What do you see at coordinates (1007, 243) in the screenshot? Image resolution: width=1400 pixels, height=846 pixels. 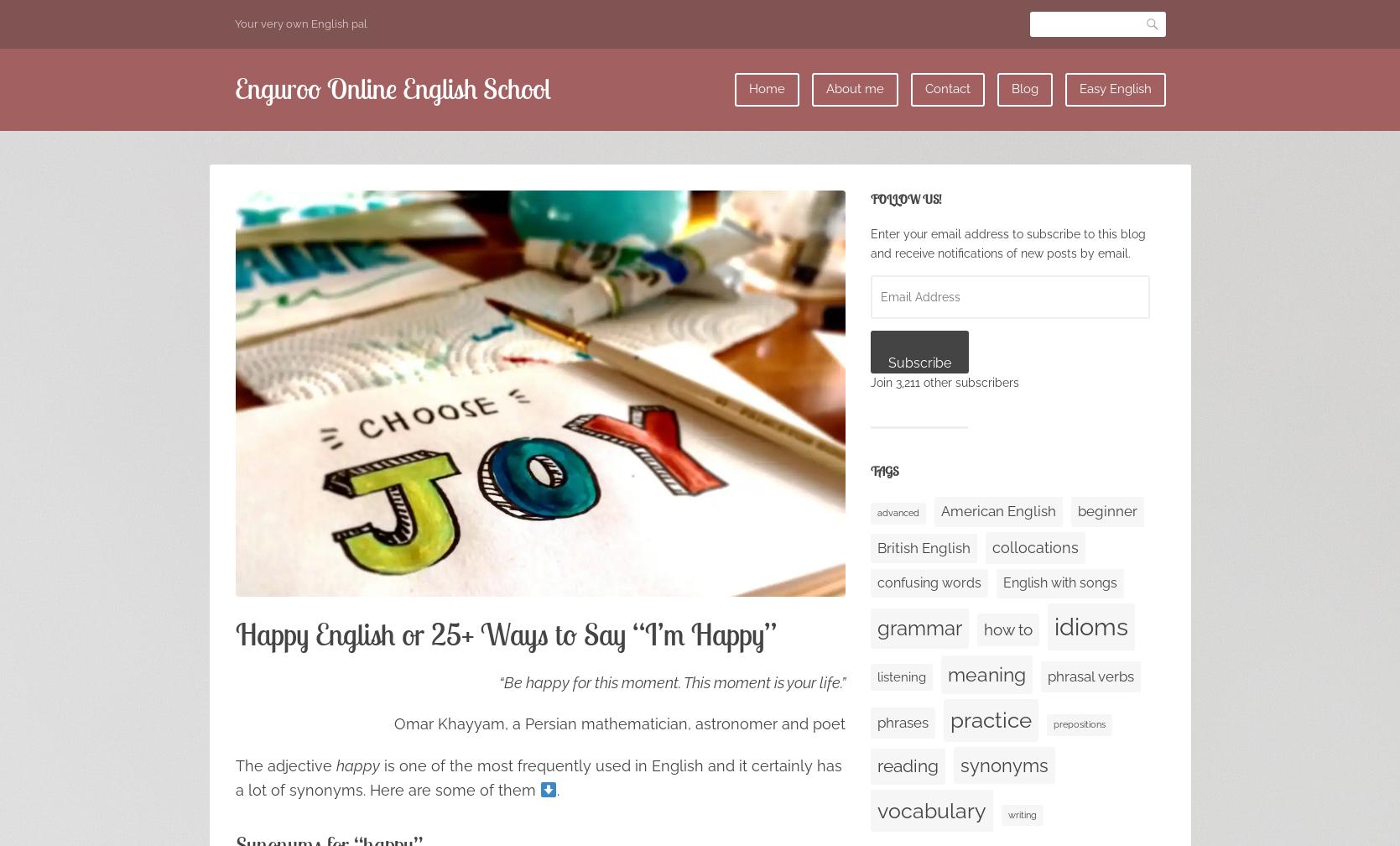 I see `'Enter your email address to subscribe to this blog and receive notifications of new posts by email.'` at bounding box center [1007, 243].